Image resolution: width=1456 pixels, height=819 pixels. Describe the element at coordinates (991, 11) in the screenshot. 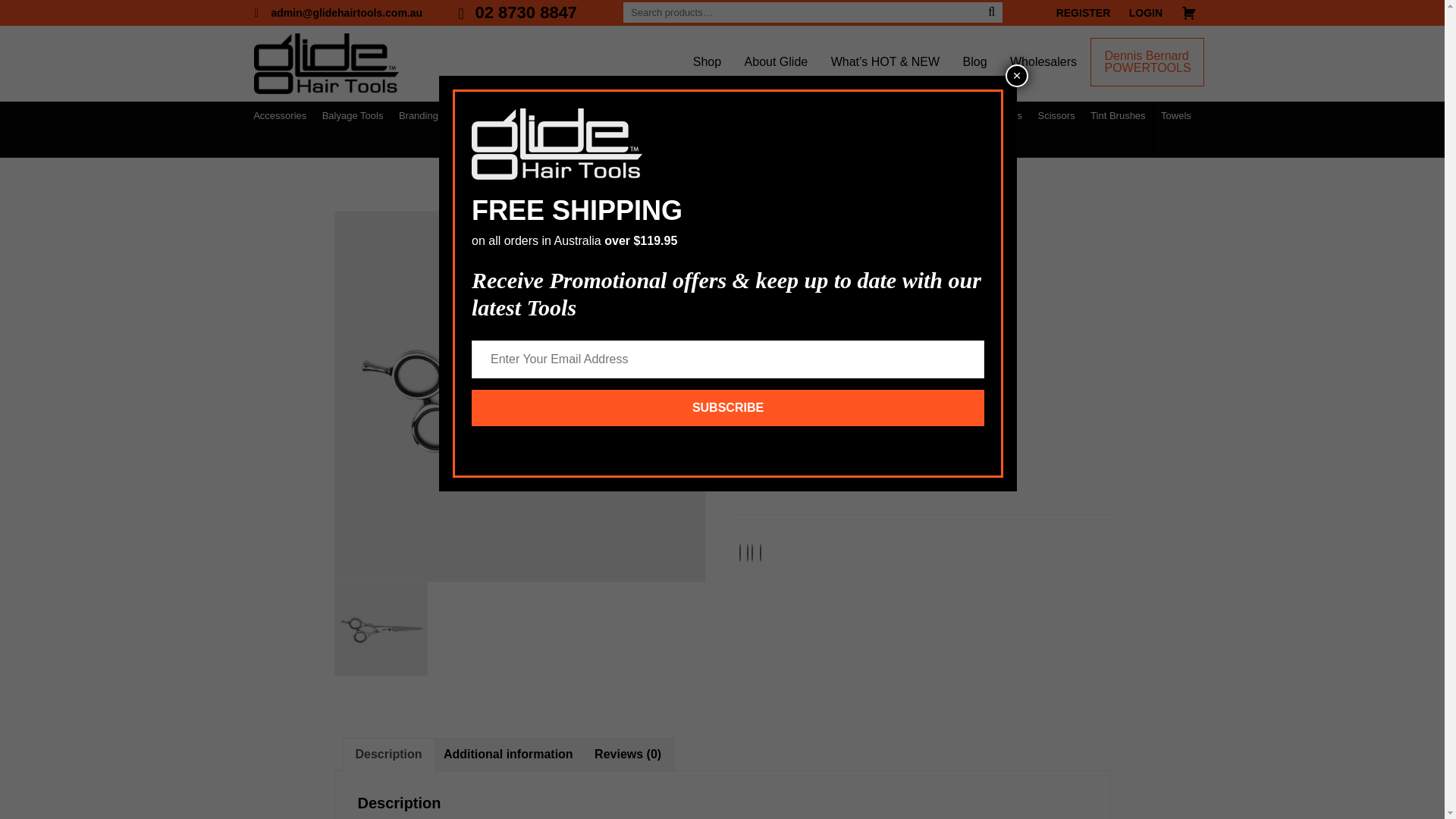

I see `'Search'` at that location.